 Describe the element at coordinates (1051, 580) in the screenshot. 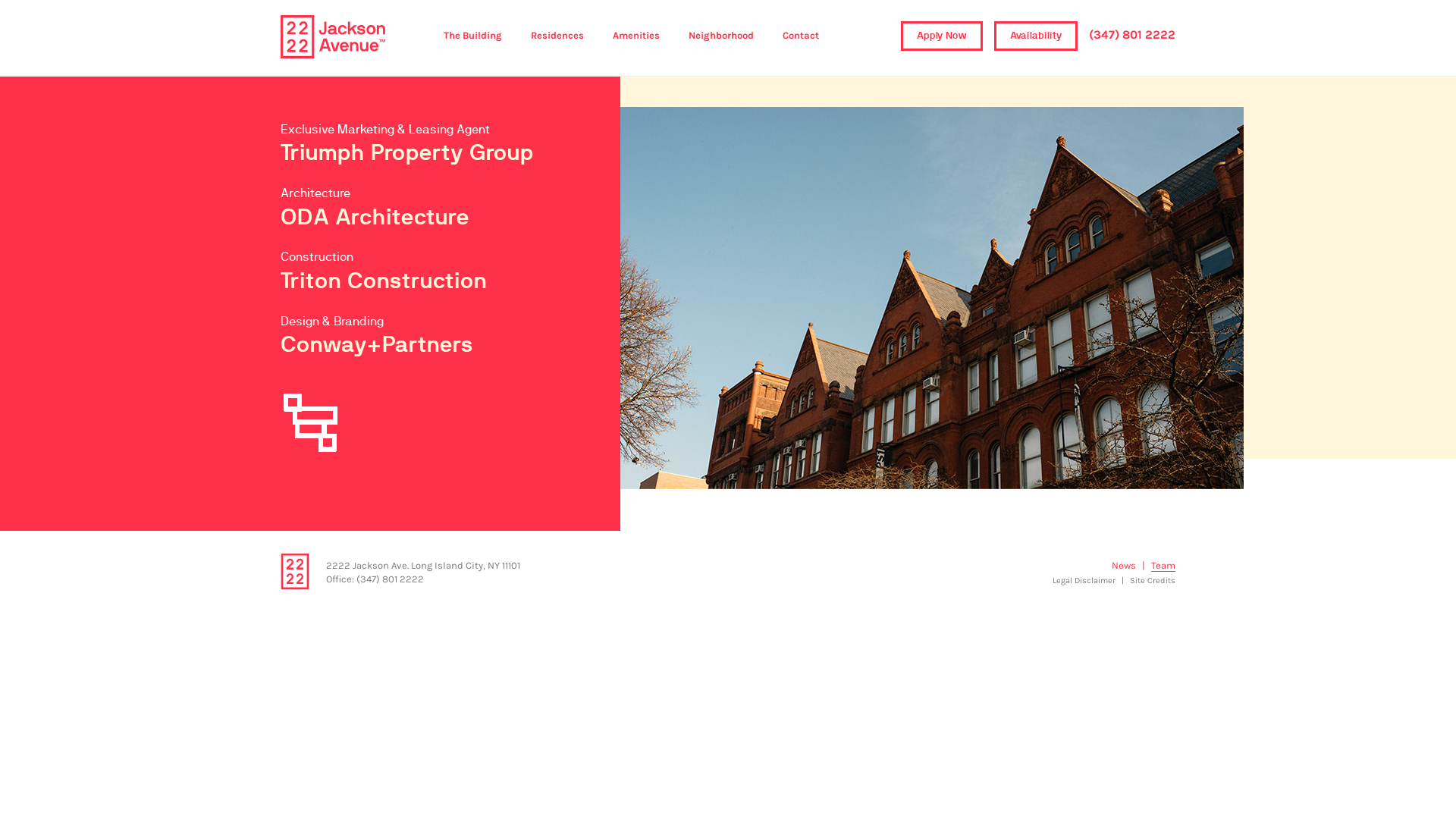

I see `'Legal Disclaimer'` at that location.